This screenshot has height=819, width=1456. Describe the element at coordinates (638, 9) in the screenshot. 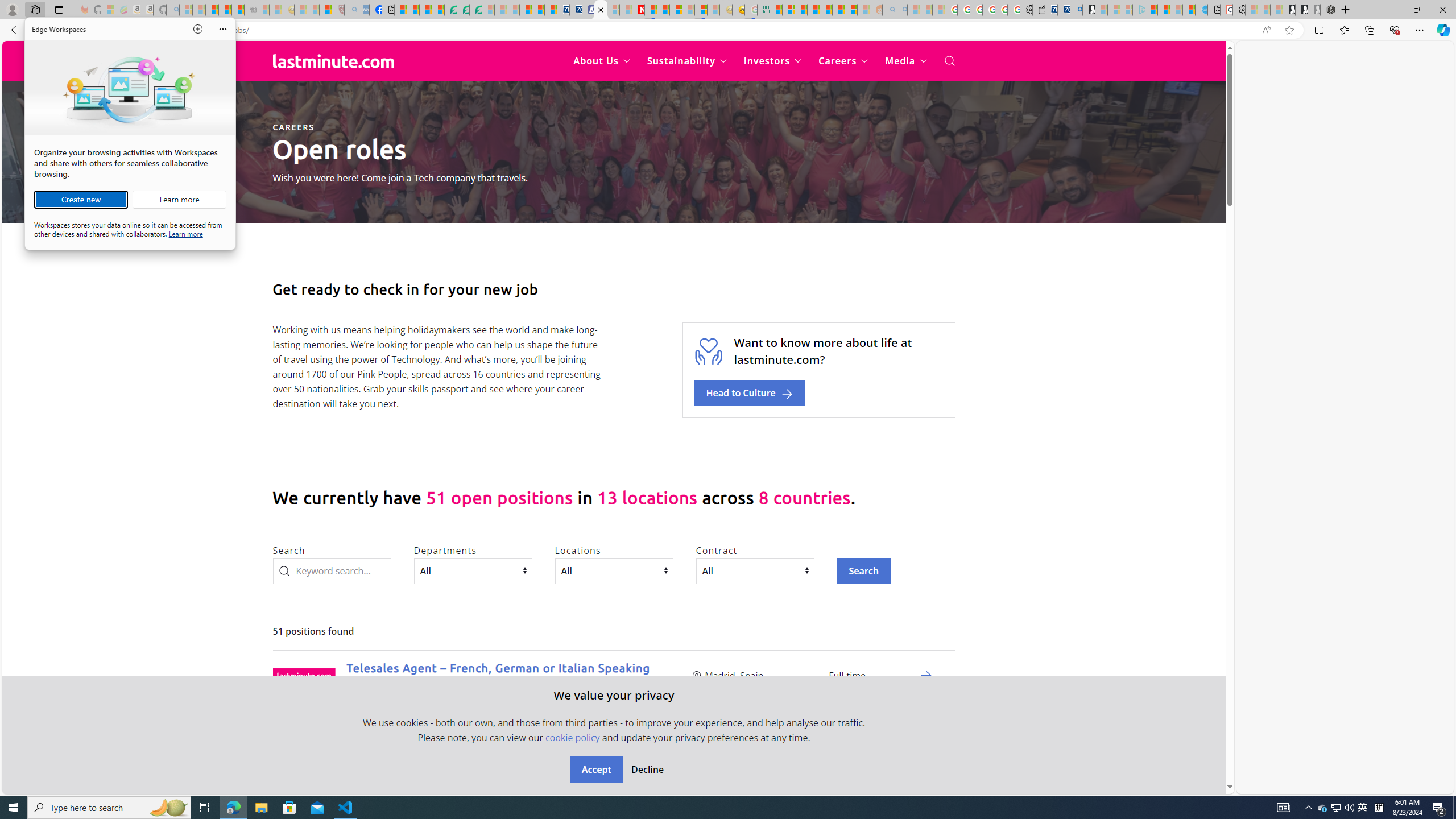

I see `'Latest Politics News & Archive | Newsweek.com'` at that location.